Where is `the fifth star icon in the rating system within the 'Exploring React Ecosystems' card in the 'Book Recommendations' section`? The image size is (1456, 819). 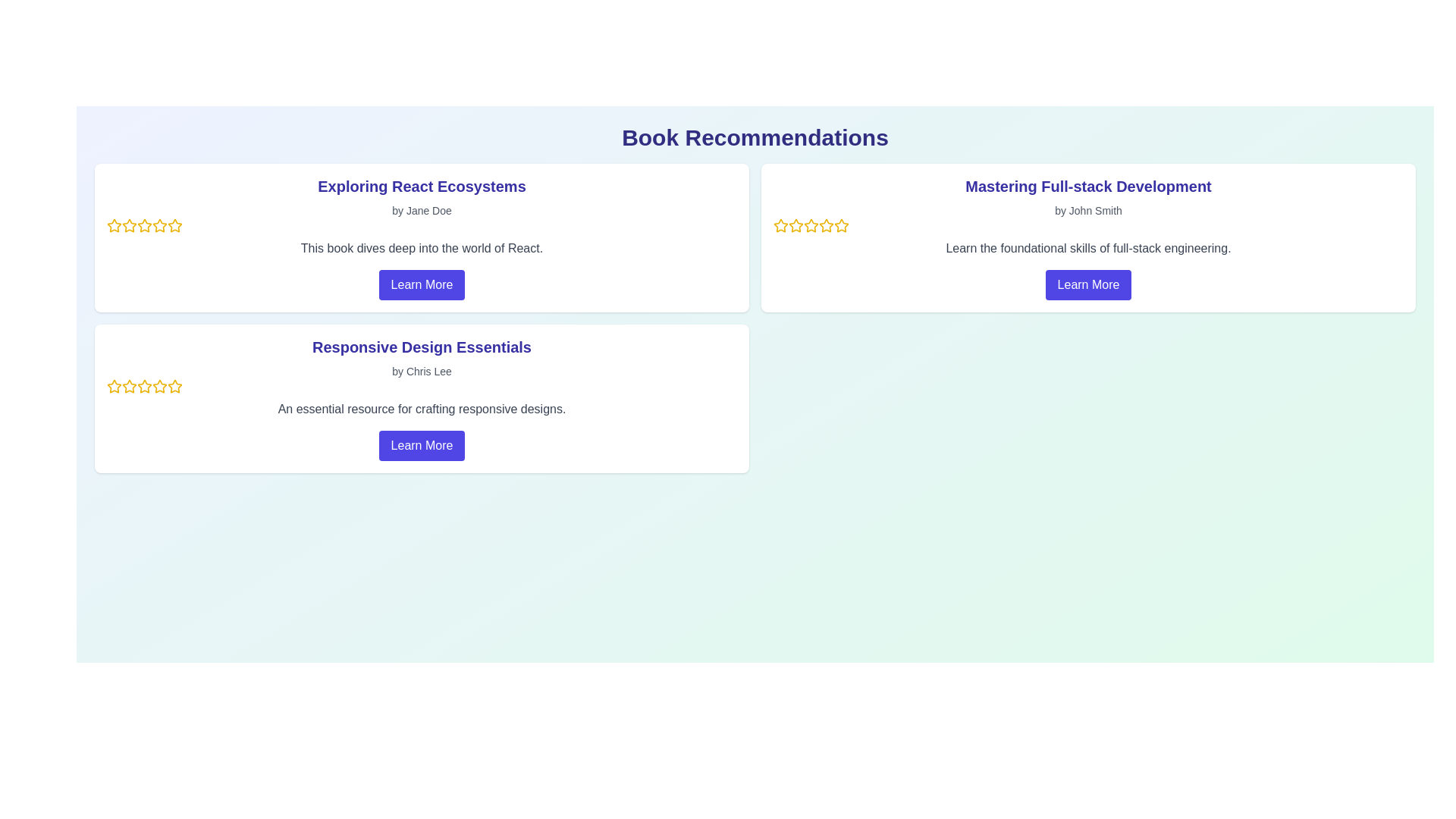 the fifth star icon in the rating system within the 'Exploring React Ecosystems' card in the 'Book Recommendations' section is located at coordinates (174, 225).